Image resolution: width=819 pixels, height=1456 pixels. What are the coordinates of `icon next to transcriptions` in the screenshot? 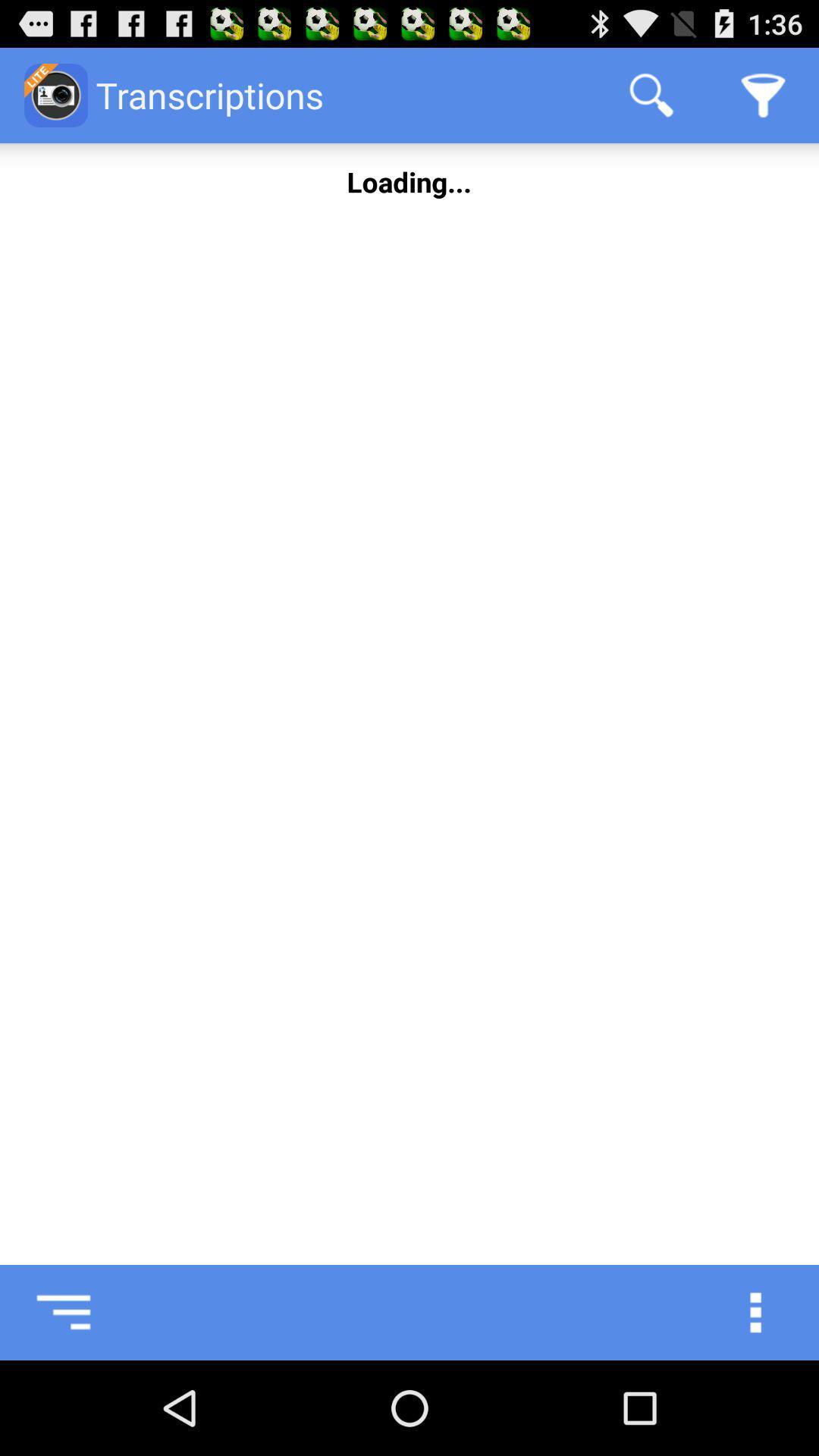 It's located at (651, 94).